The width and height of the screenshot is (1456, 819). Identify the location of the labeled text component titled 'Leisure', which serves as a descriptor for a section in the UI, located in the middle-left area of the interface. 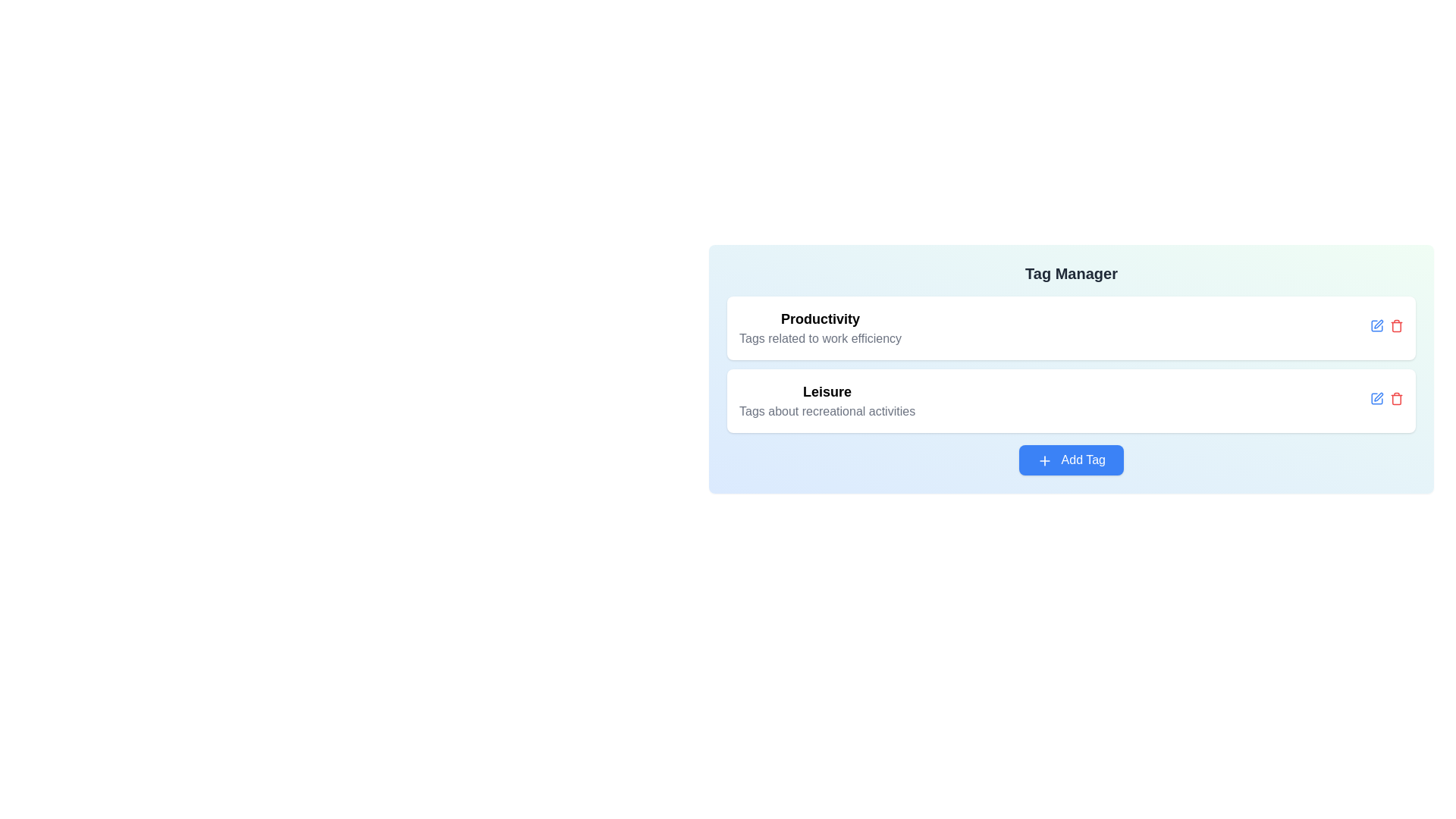
(827, 400).